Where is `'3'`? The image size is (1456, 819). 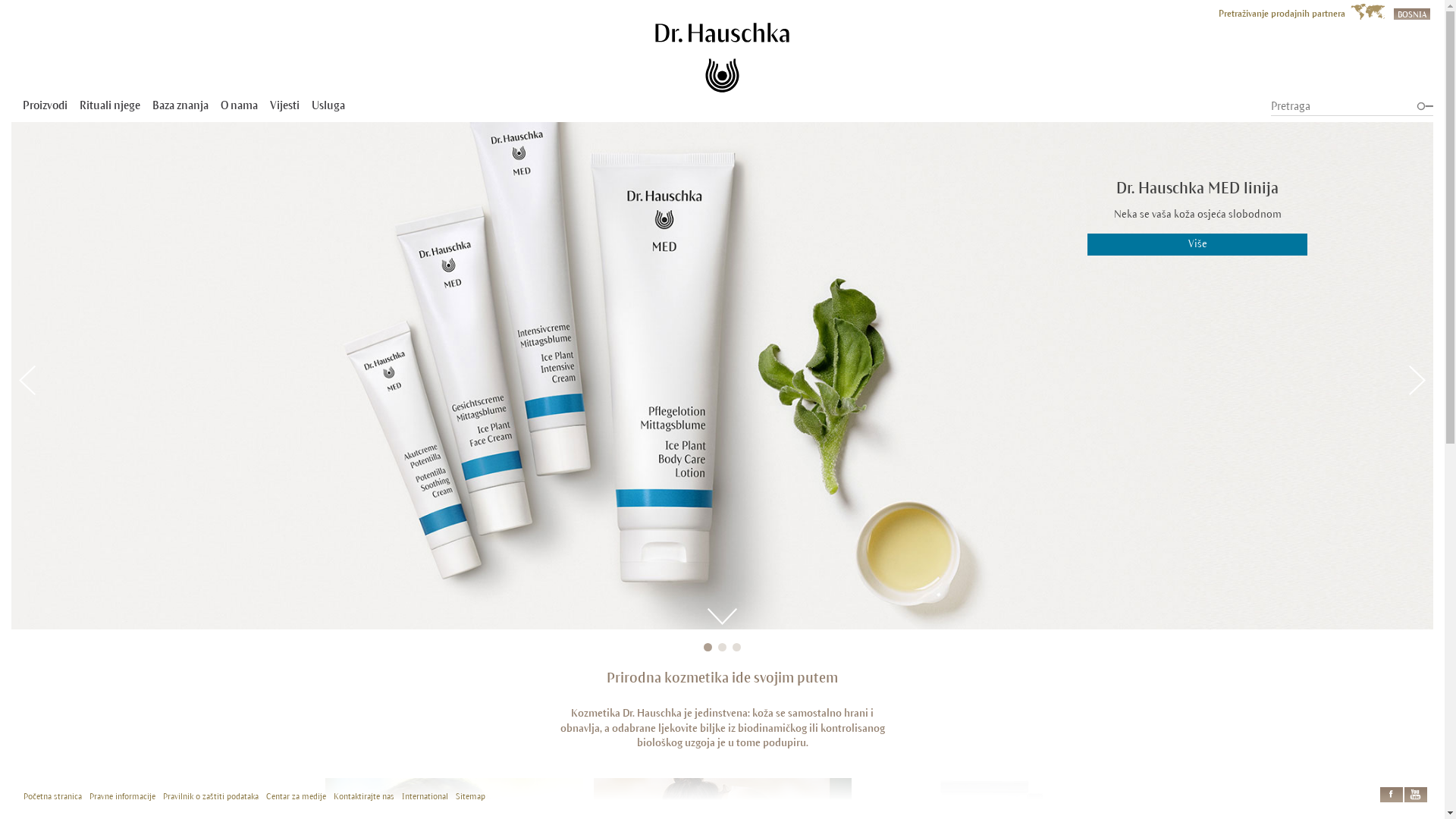
'3' is located at coordinates (736, 647).